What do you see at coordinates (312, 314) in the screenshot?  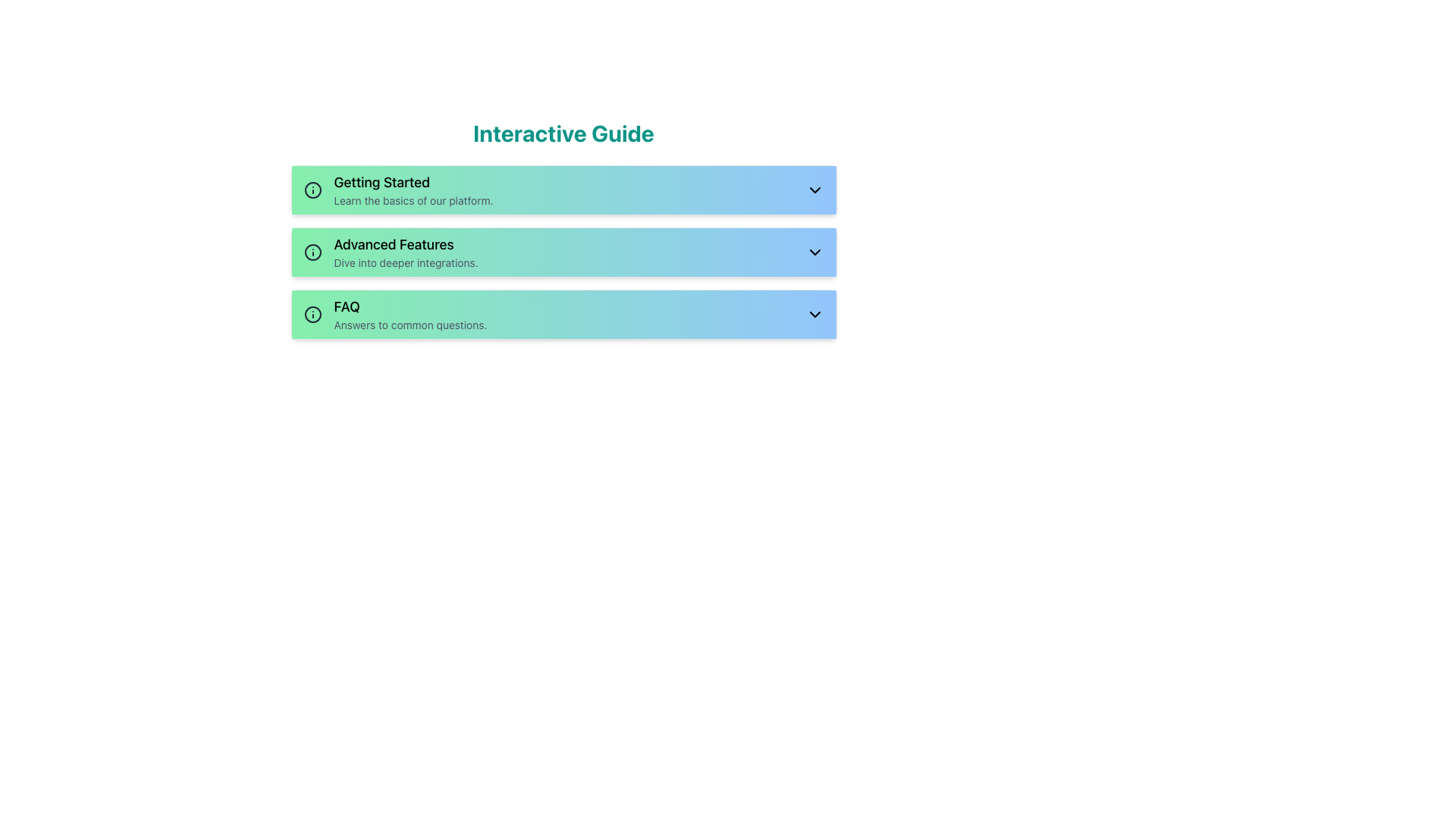 I see `the circular icon with a gray exclamation mark, located on the left side of the third row, next to the text 'FAQ Answers to common questions', to observe its tooltip or context` at bounding box center [312, 314].